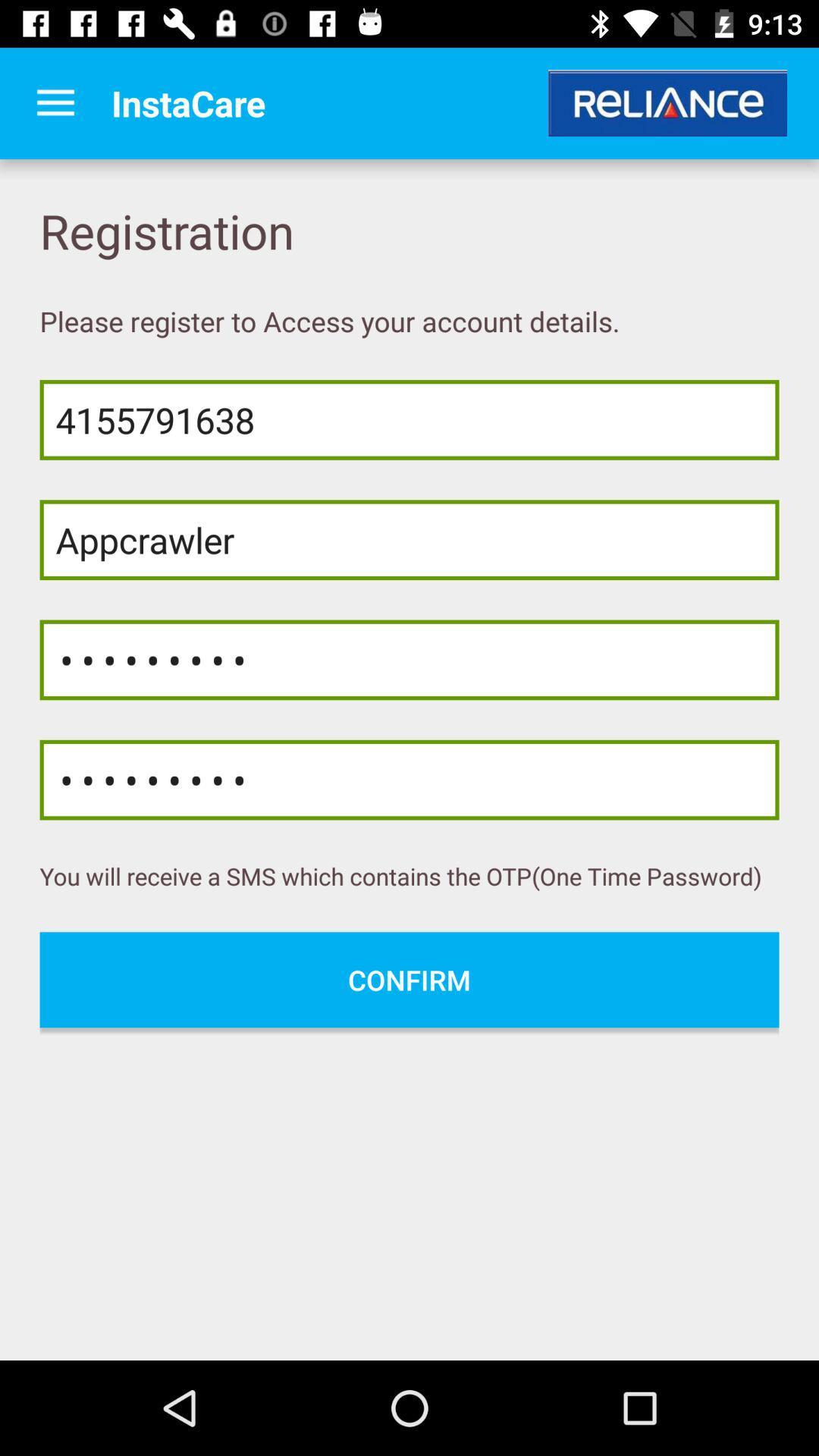 This screenshot has width=819, height=1456. I want to click on the item above the crowd3116, so click(409, 540).